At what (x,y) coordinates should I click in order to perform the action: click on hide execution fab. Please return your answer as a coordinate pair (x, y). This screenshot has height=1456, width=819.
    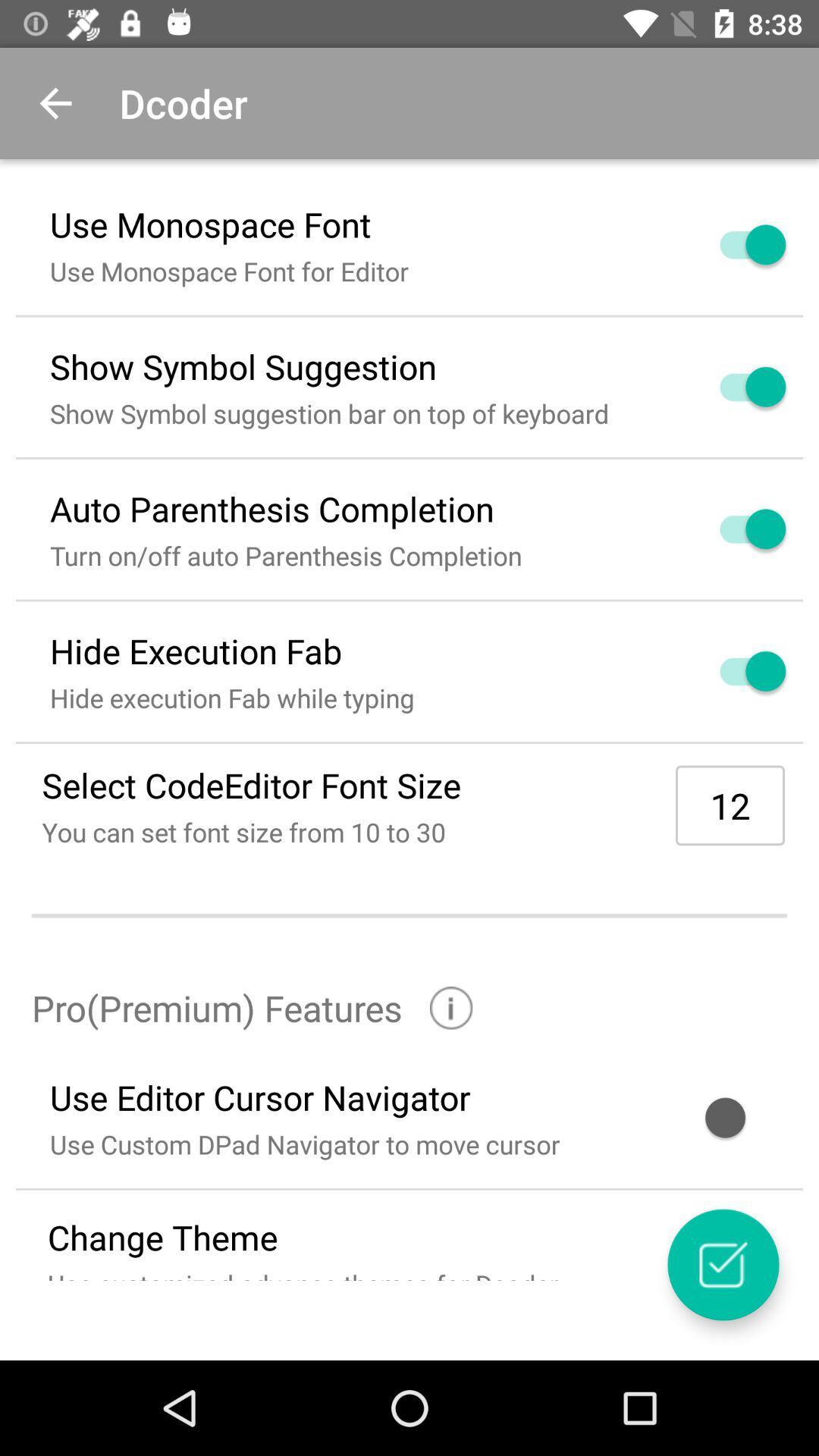
    Looking at the image, I should click on (734, 670).